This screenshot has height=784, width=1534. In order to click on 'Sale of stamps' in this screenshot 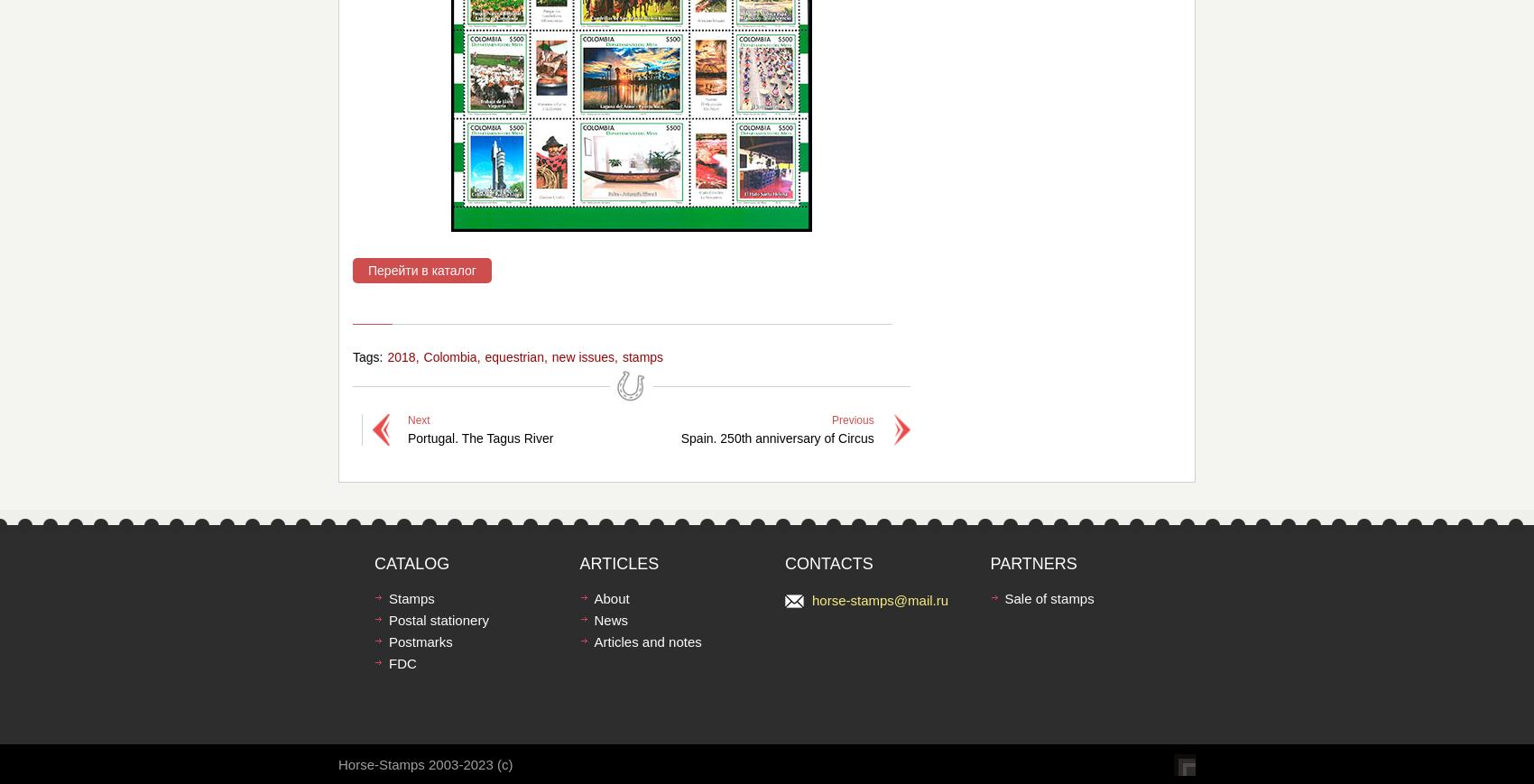, I will do `click(1049, 598)`.